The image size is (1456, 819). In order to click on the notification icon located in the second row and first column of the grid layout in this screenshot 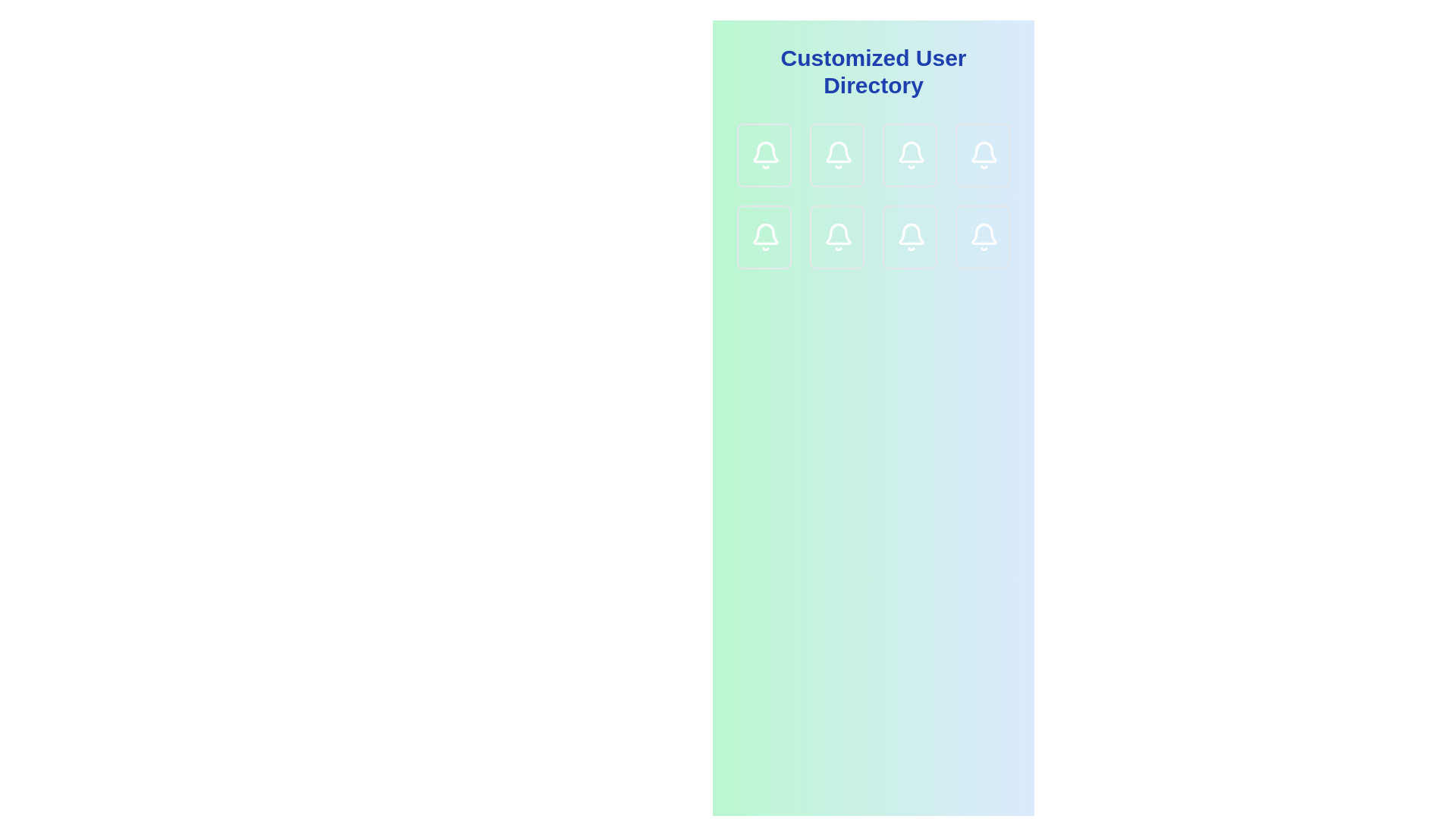, I will do `click(765, 234)`.